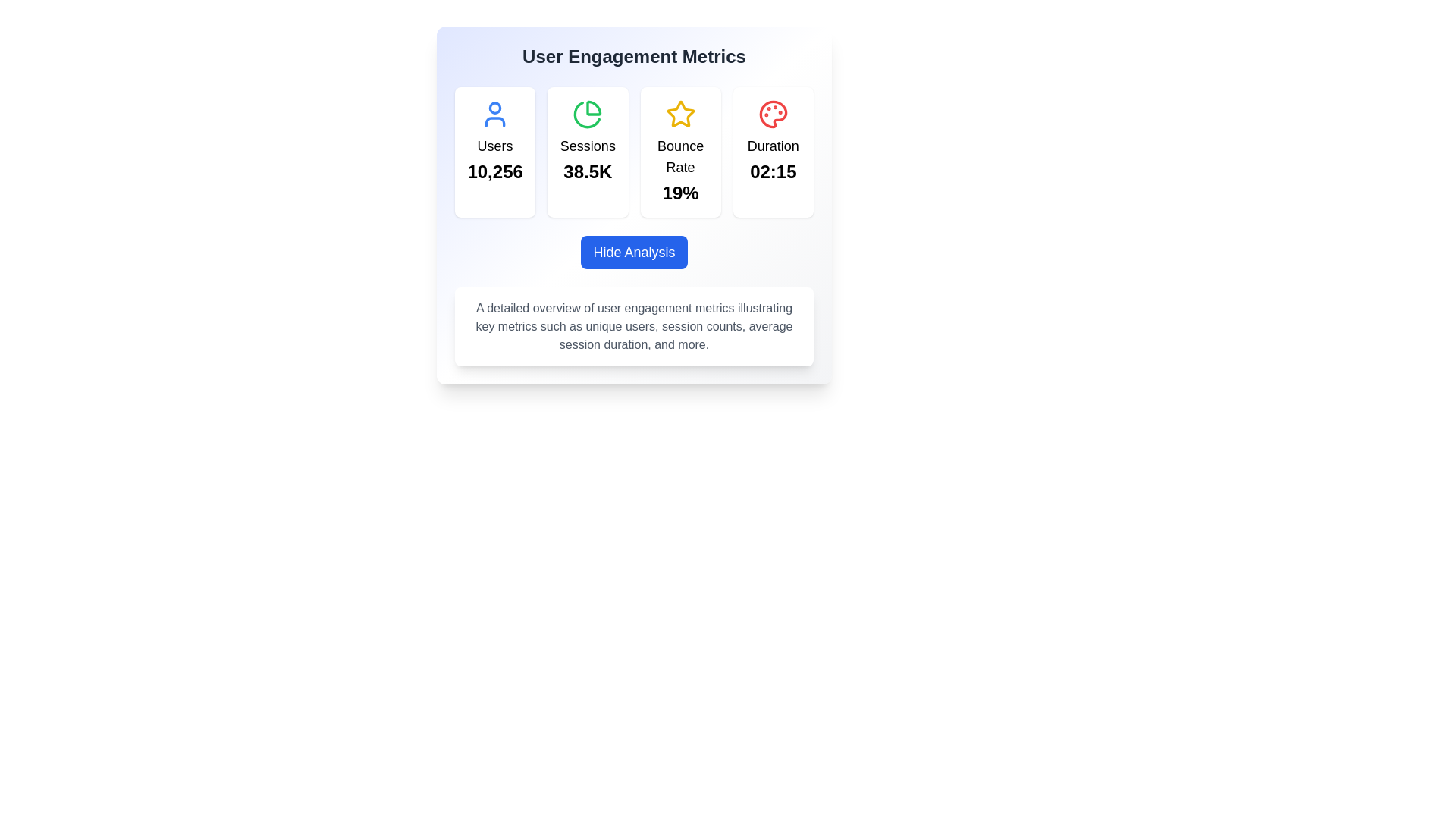 The height and width of the screenshot is (819, 1456). What do you see at coordinates (593, 107) in the screenshot?
I see `the top-left segment of the pie chart icon, which is part of a group of four icons representing the 'Sessions' statistic` at bounding box center [593, 107].